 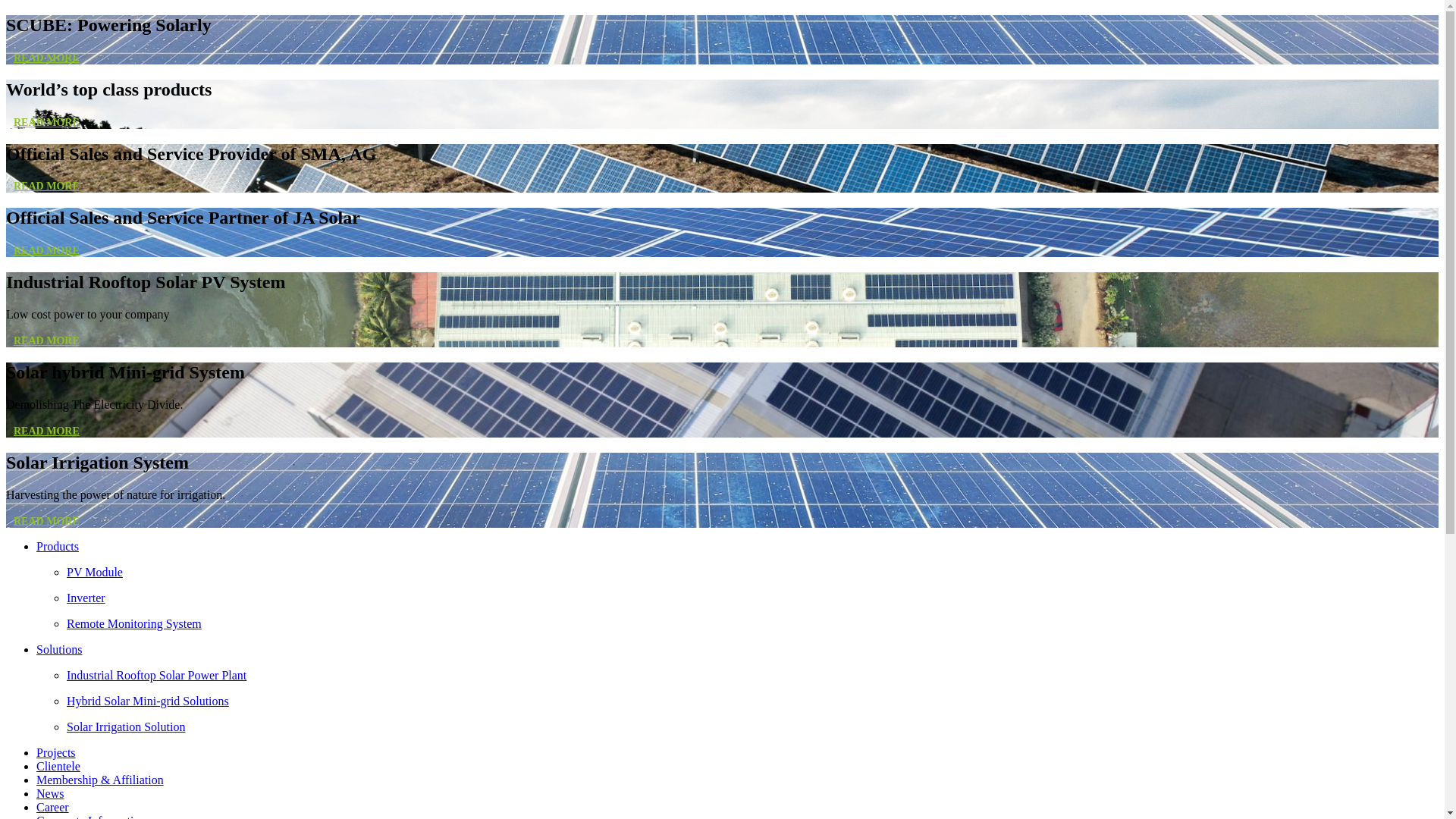 I want to click on 'News', so click(x=50, y=792).